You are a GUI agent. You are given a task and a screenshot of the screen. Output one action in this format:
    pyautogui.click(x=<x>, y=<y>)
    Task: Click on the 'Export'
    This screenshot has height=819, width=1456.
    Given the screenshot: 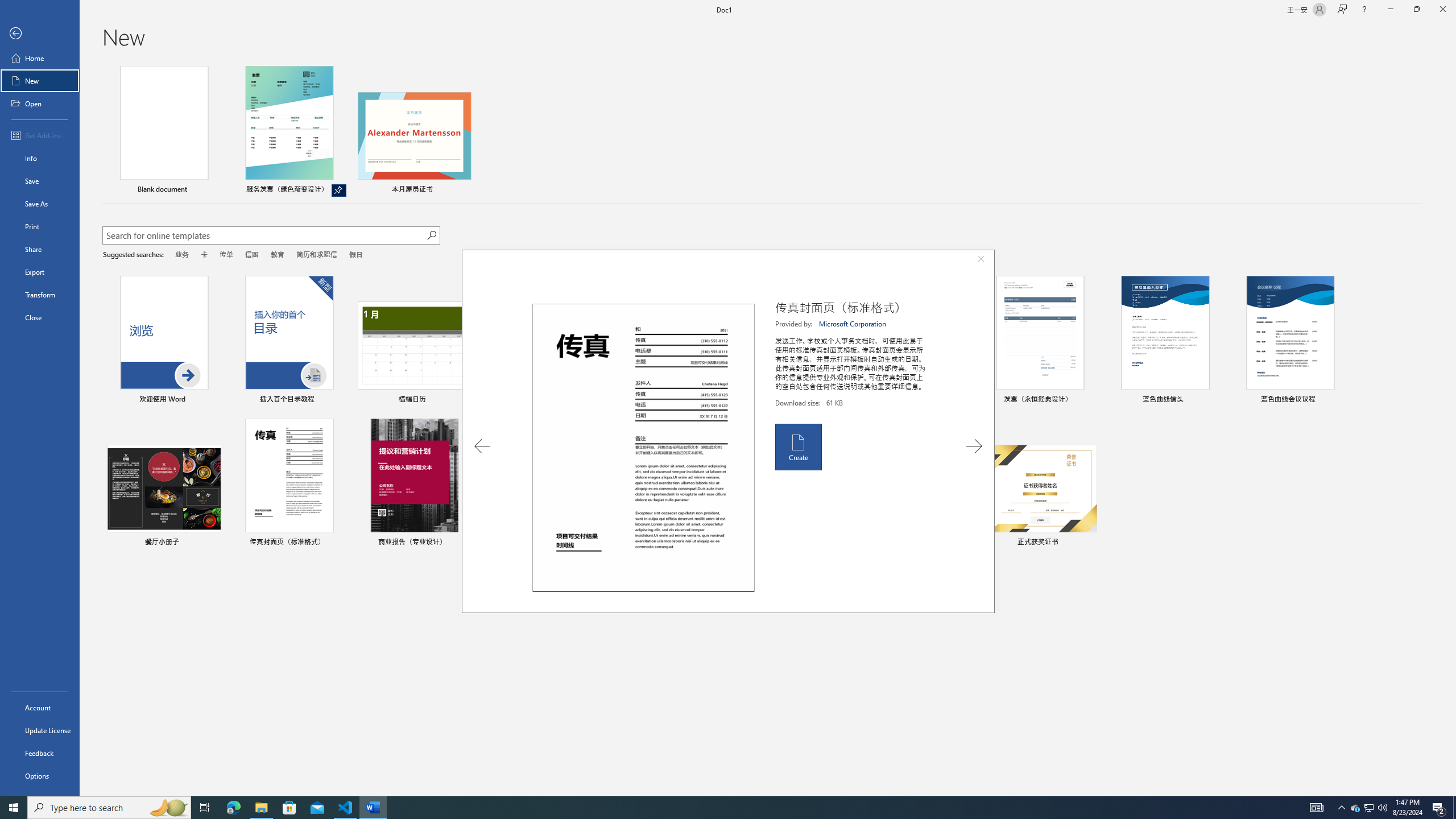 What is the action you would take?
    pyautogui.click(x=39, y=272)
    